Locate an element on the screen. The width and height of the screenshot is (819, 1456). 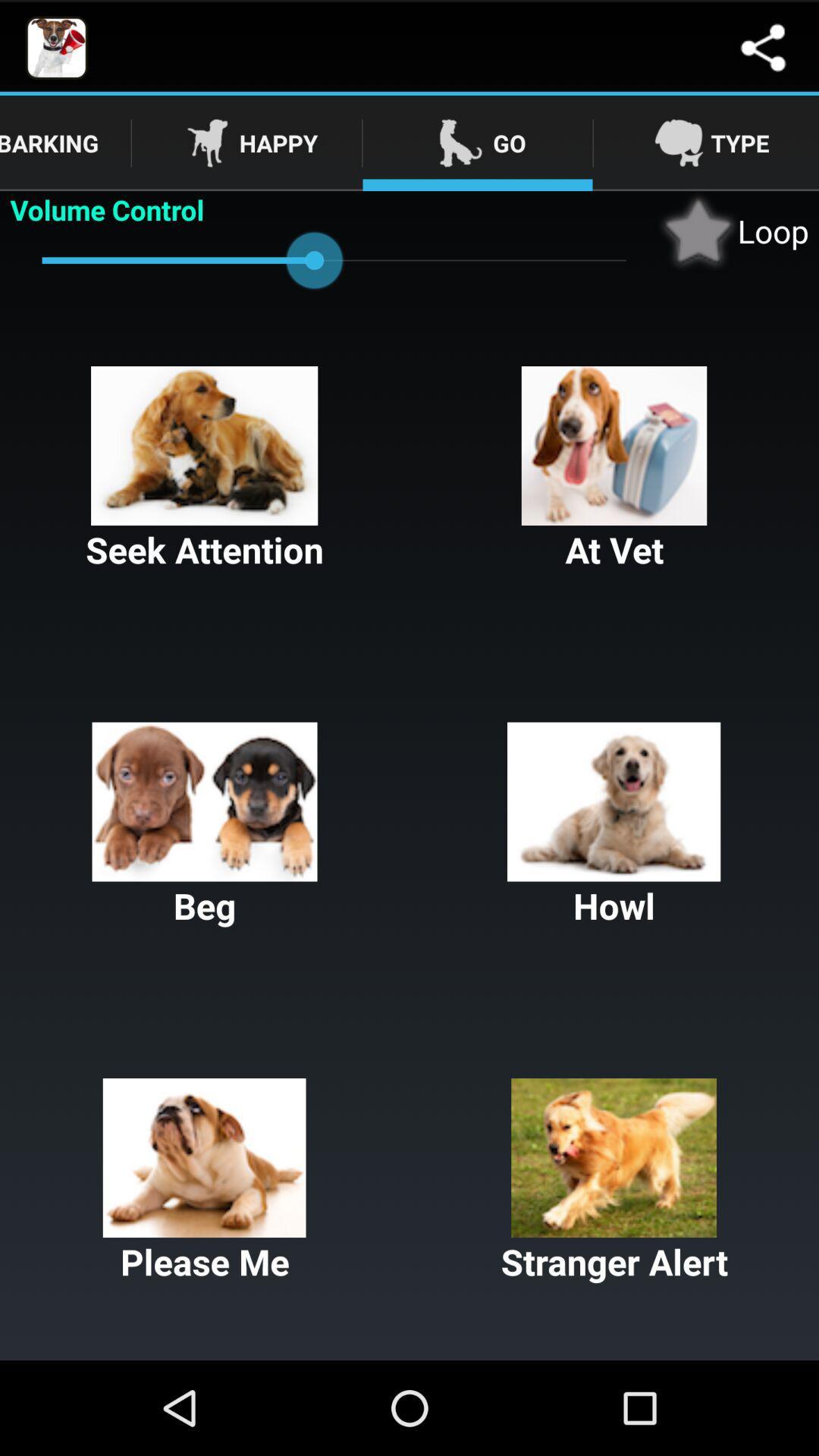
please me is located at coordinates (205, 1181).